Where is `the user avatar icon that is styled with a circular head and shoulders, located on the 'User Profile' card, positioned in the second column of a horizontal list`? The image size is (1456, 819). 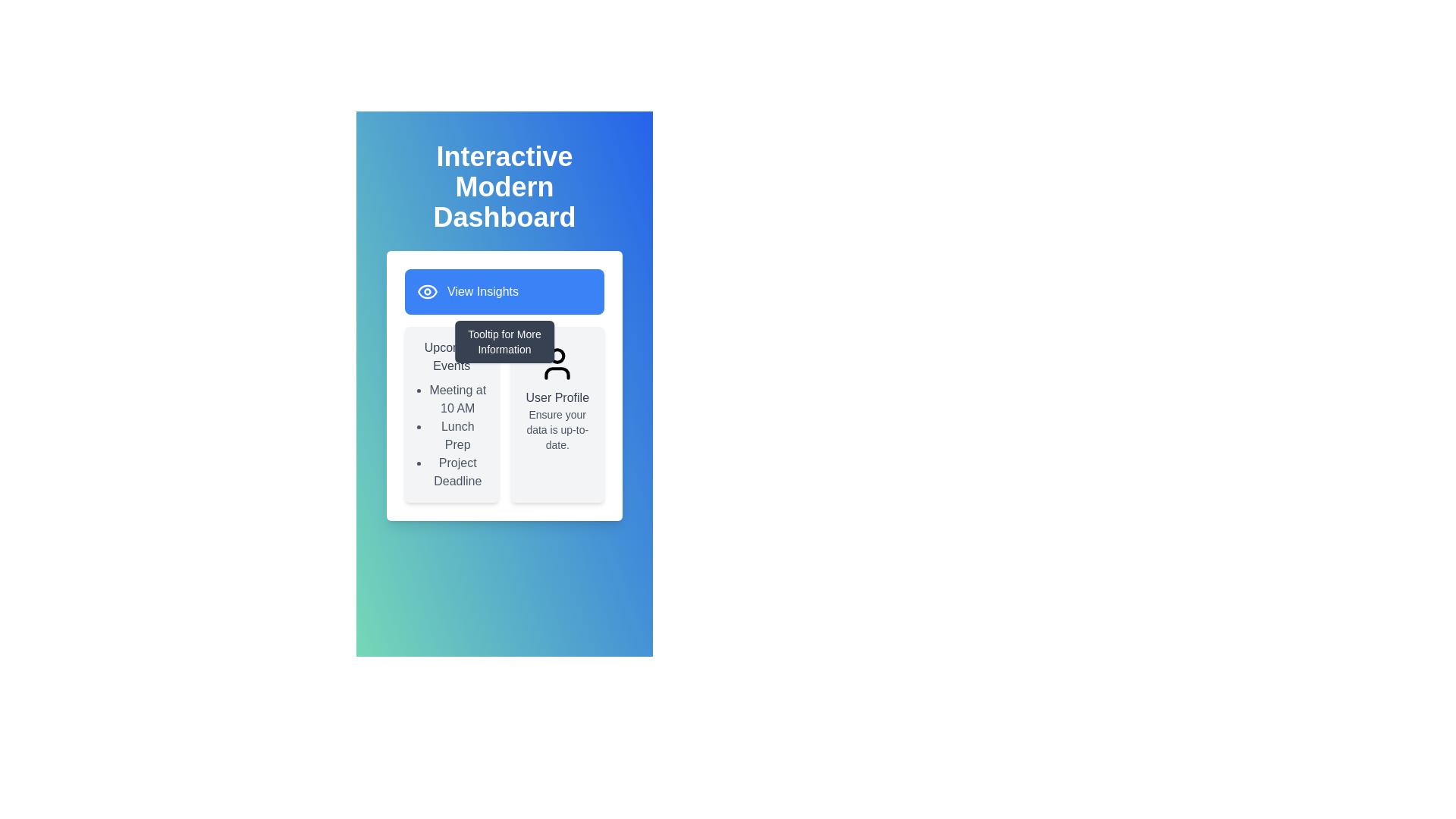
the user avatar icon that is styled with a circular head and shoulders, located on the 'User Profile' card, positioned in the second column of a horizontal list is located at coordinates (557, 363).